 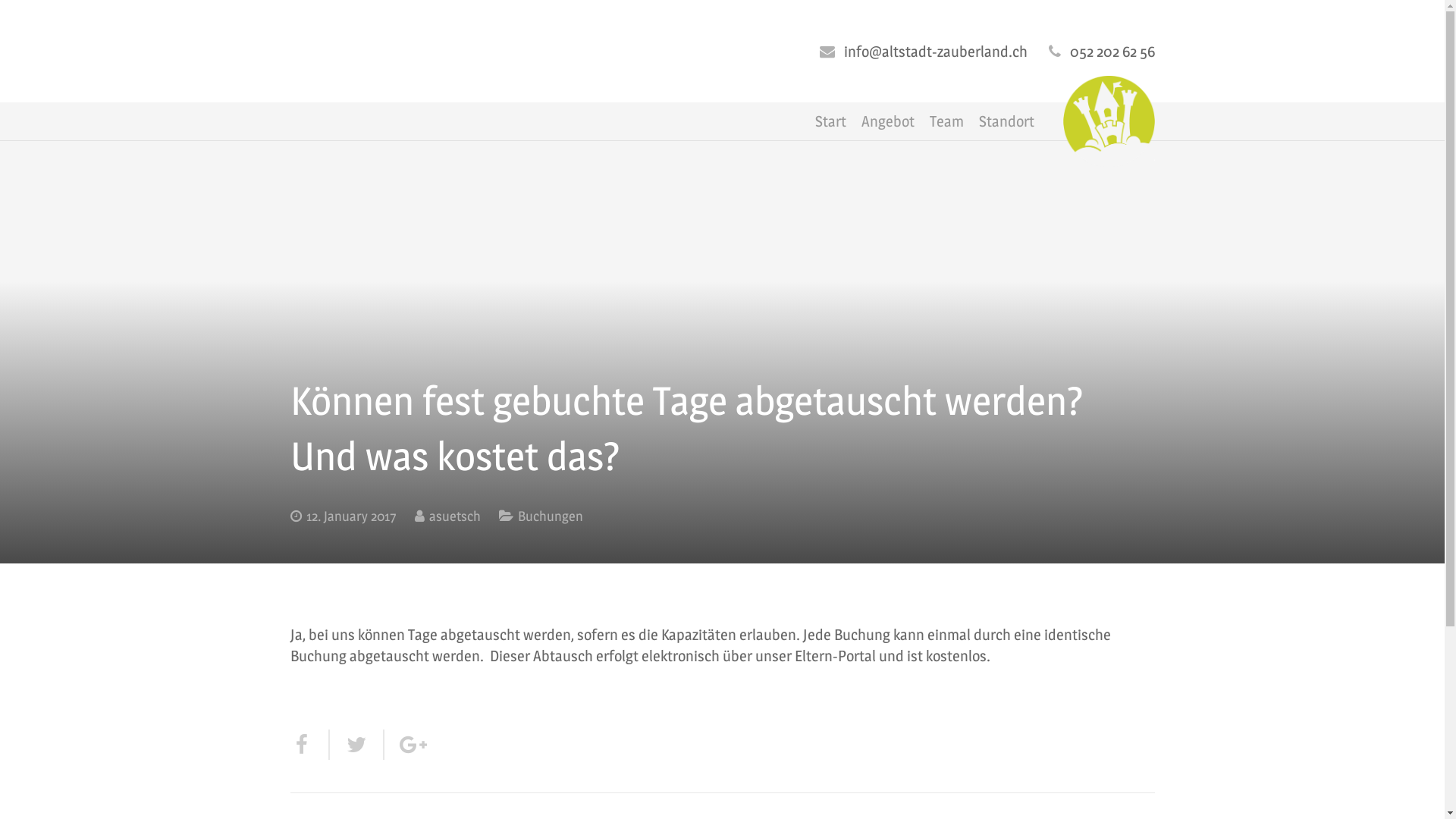 I want to click on 'asuetsch', so click(x=454, y=515).